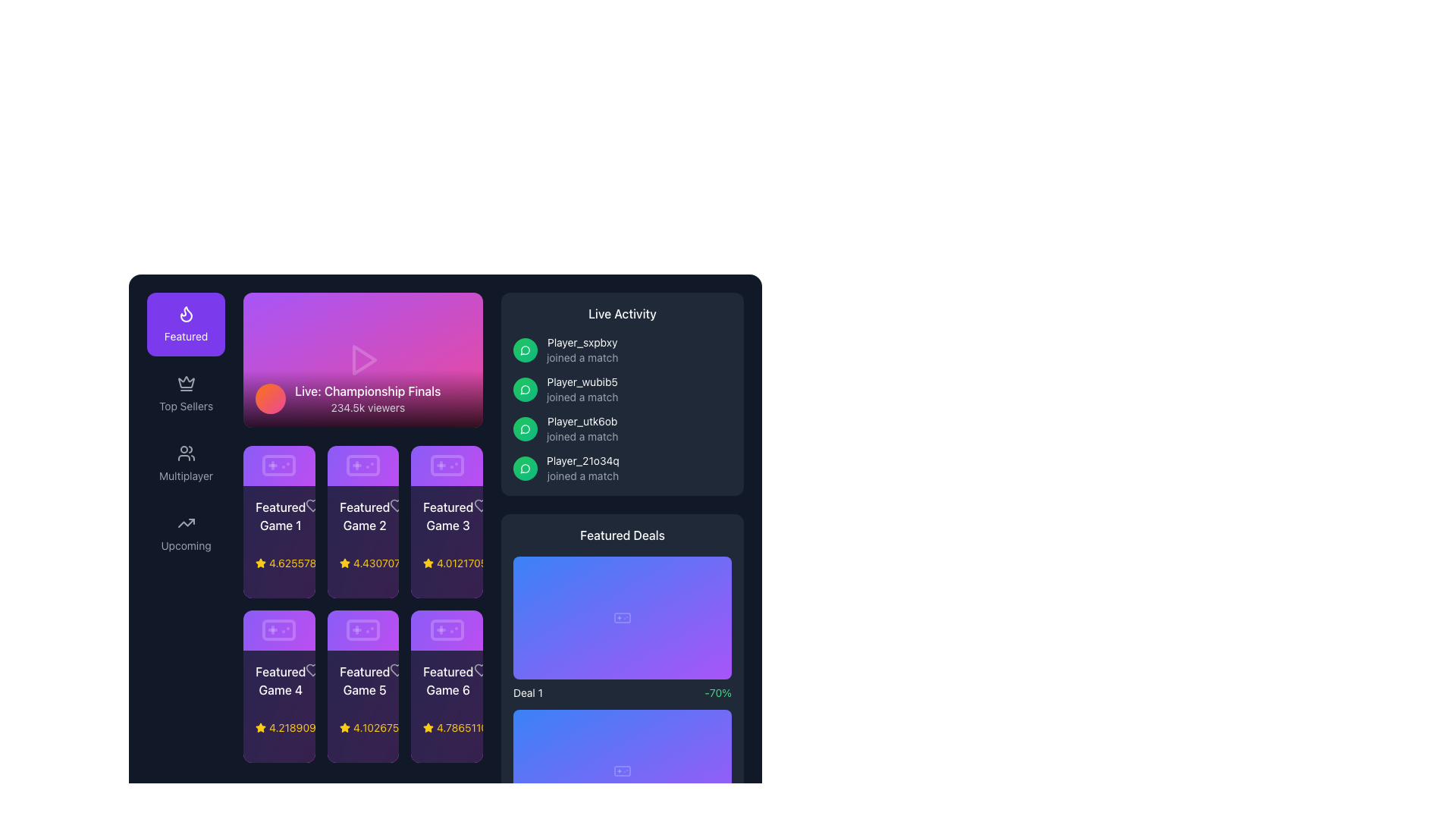 This screenshot has height=819, width=1456. I want to click on the interactive card in the top row, third column, so click(446, 521).